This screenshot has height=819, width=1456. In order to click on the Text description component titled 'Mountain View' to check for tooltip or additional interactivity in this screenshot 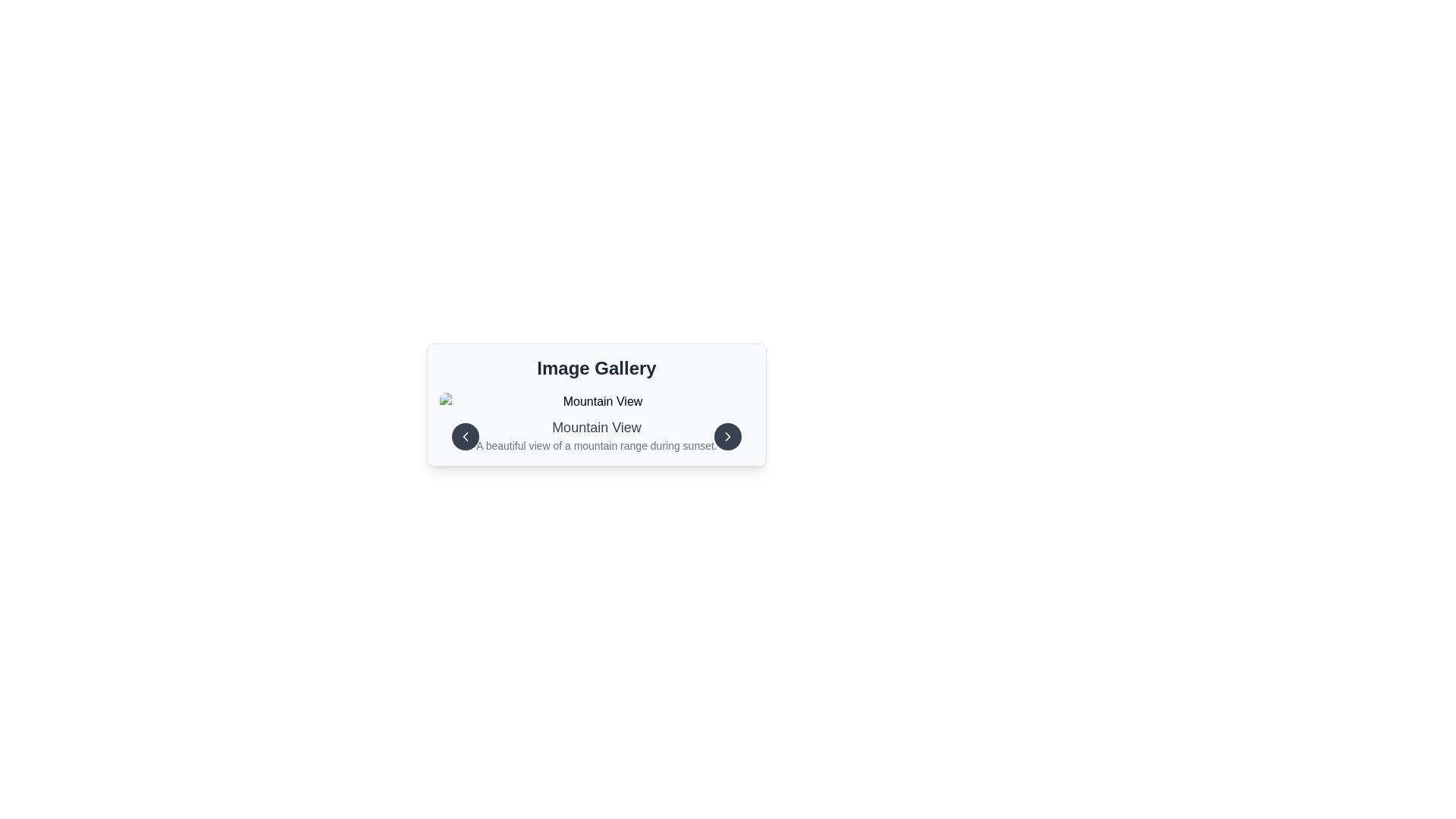, I will do `click(596, 435)`.